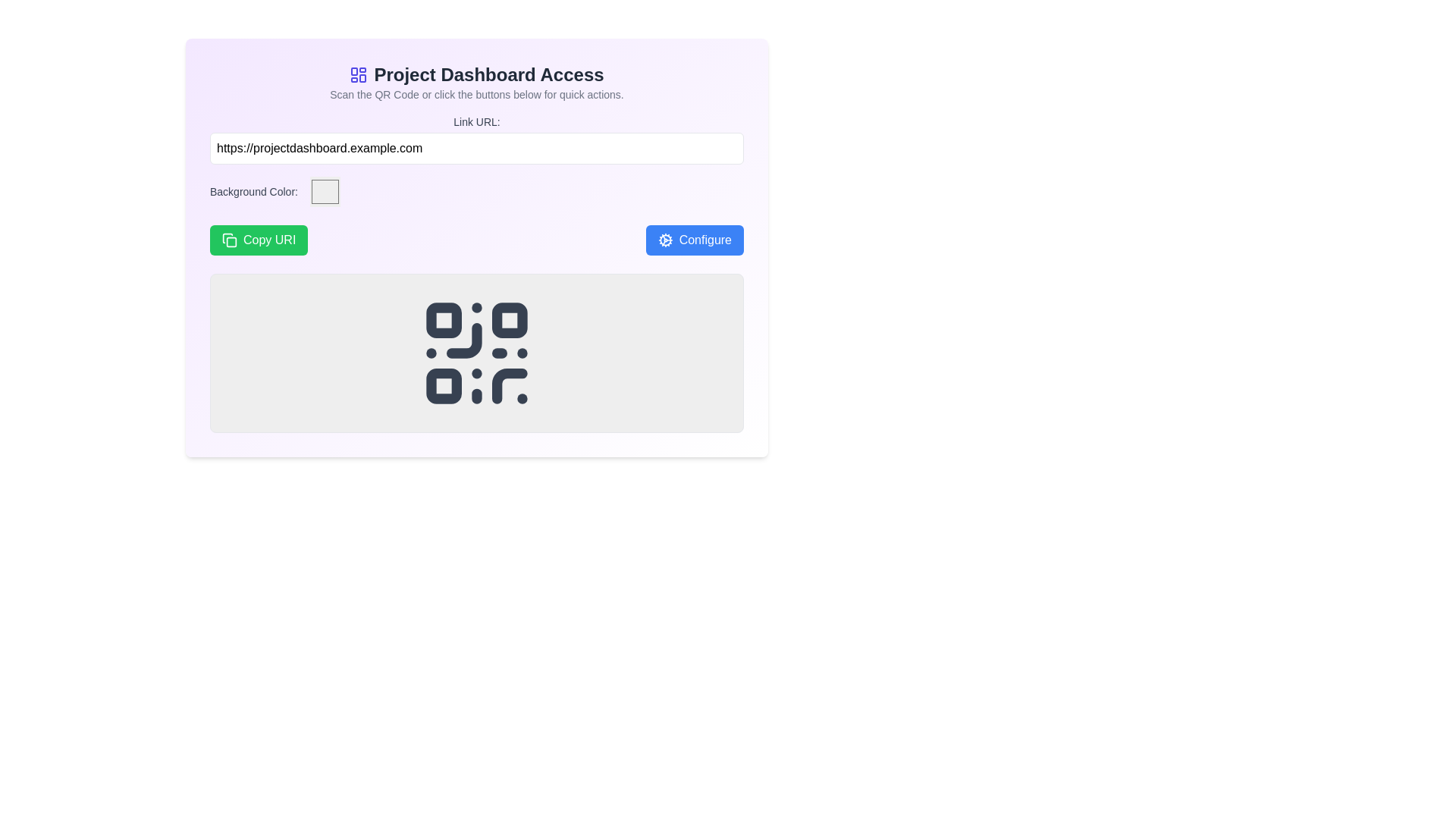 The width and height of the screenshot is (1456, 819). I want to click on the color picker input labeled 'Background Color:', so click(475, 191).